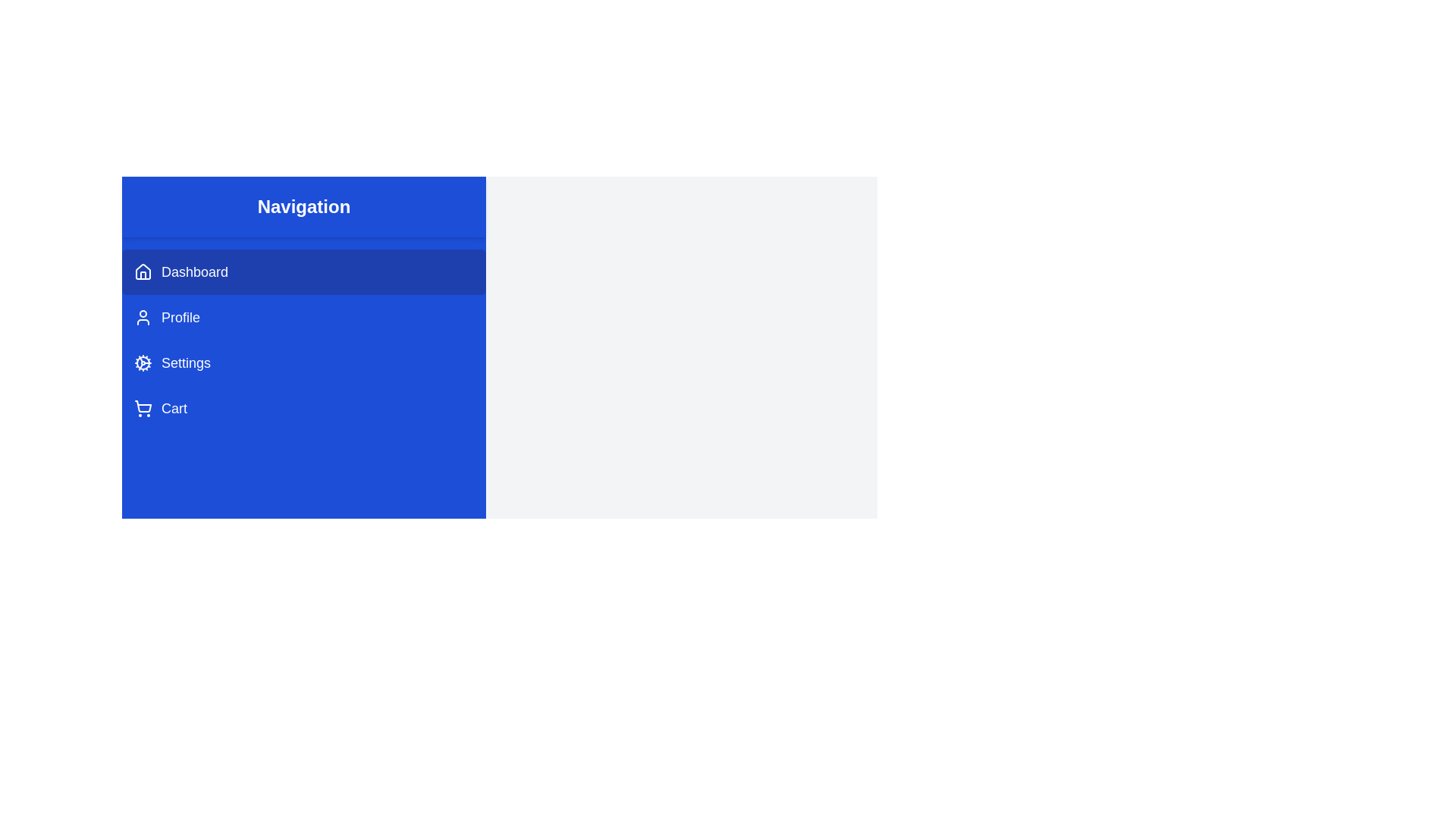 The width and height of the screenshot is (1456, 819). Describe the element at coordinates (143, 408) in the screenshot. I see `the 'Cart' icon in the left navigation menu, which is positioned under 'Dashboard', 'Profile', and 'Settings', and is the first icon to the left of the 'Cart' label` at that location.